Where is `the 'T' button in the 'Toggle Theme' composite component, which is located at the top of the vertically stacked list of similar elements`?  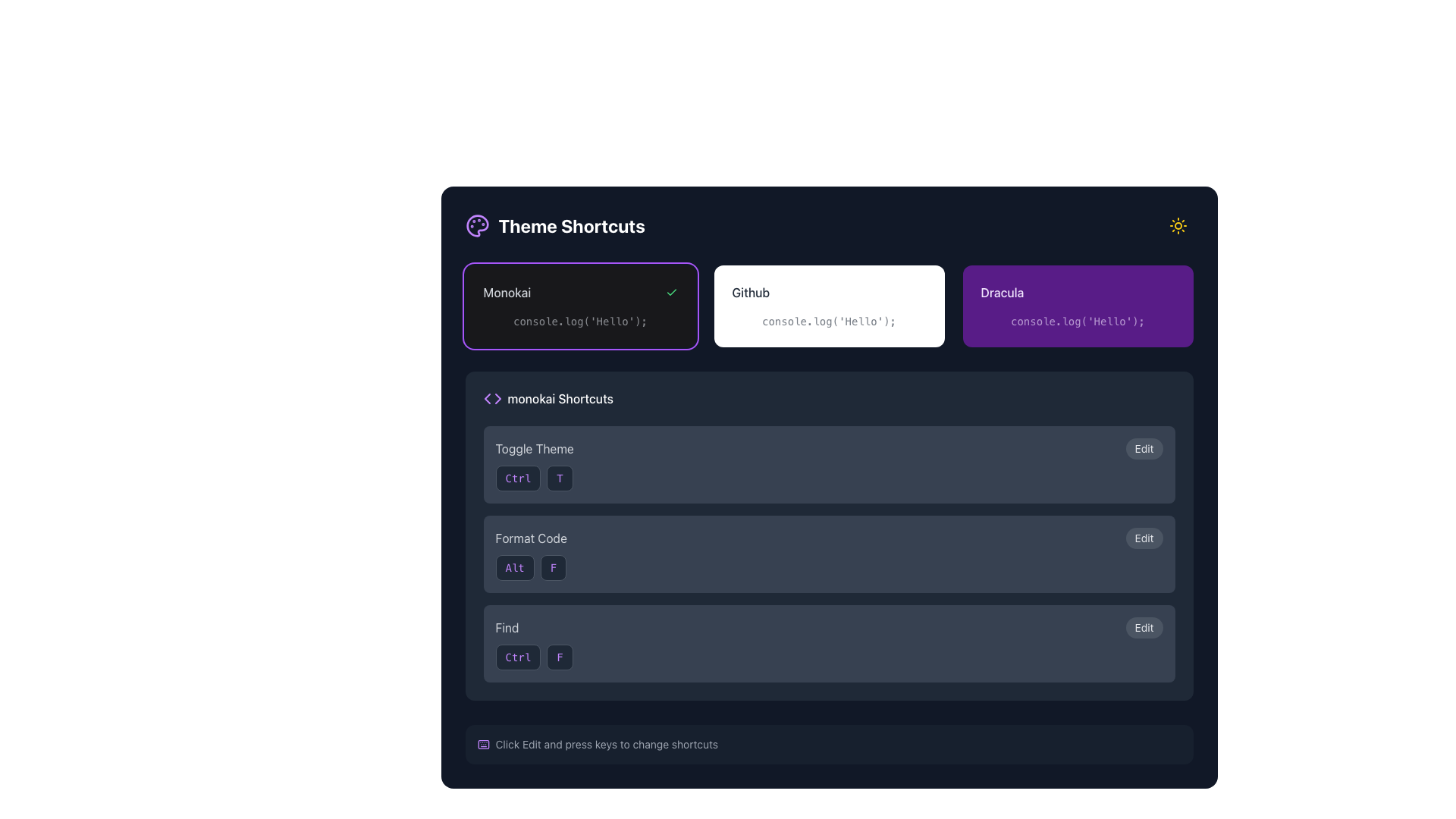
the 'T' button in the 'Toggle Theme' composite component, which is located at the top of the vertically stacked list of similar elements is located at coordinates (828, 464).